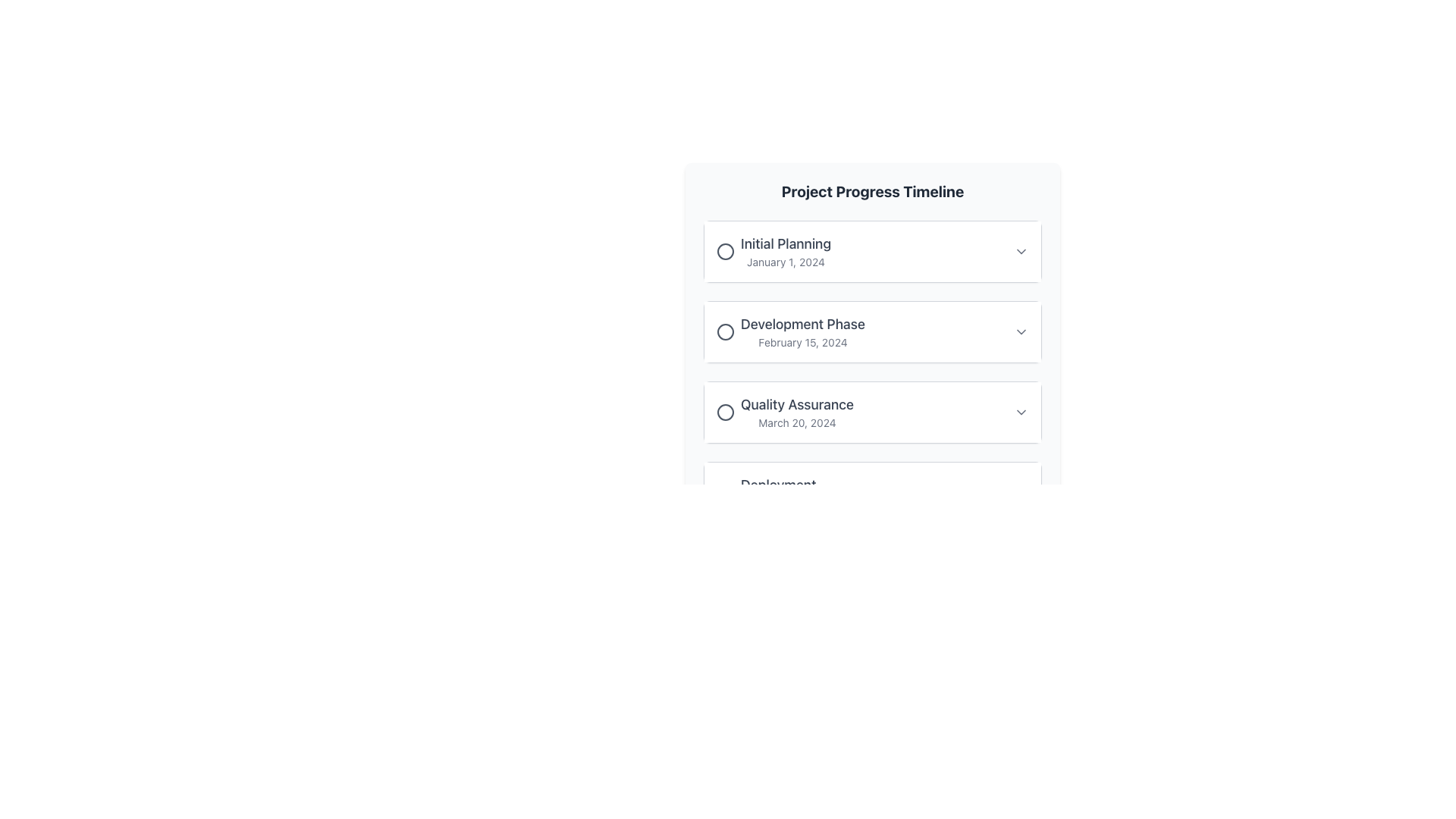 The width and height of the screenshot is (1456, 819). Describe the element at coordinates (873, 412) in the screenshot. I see `the radio button associated with the 'Quality Assurance' phase in the project timeline` at that location.